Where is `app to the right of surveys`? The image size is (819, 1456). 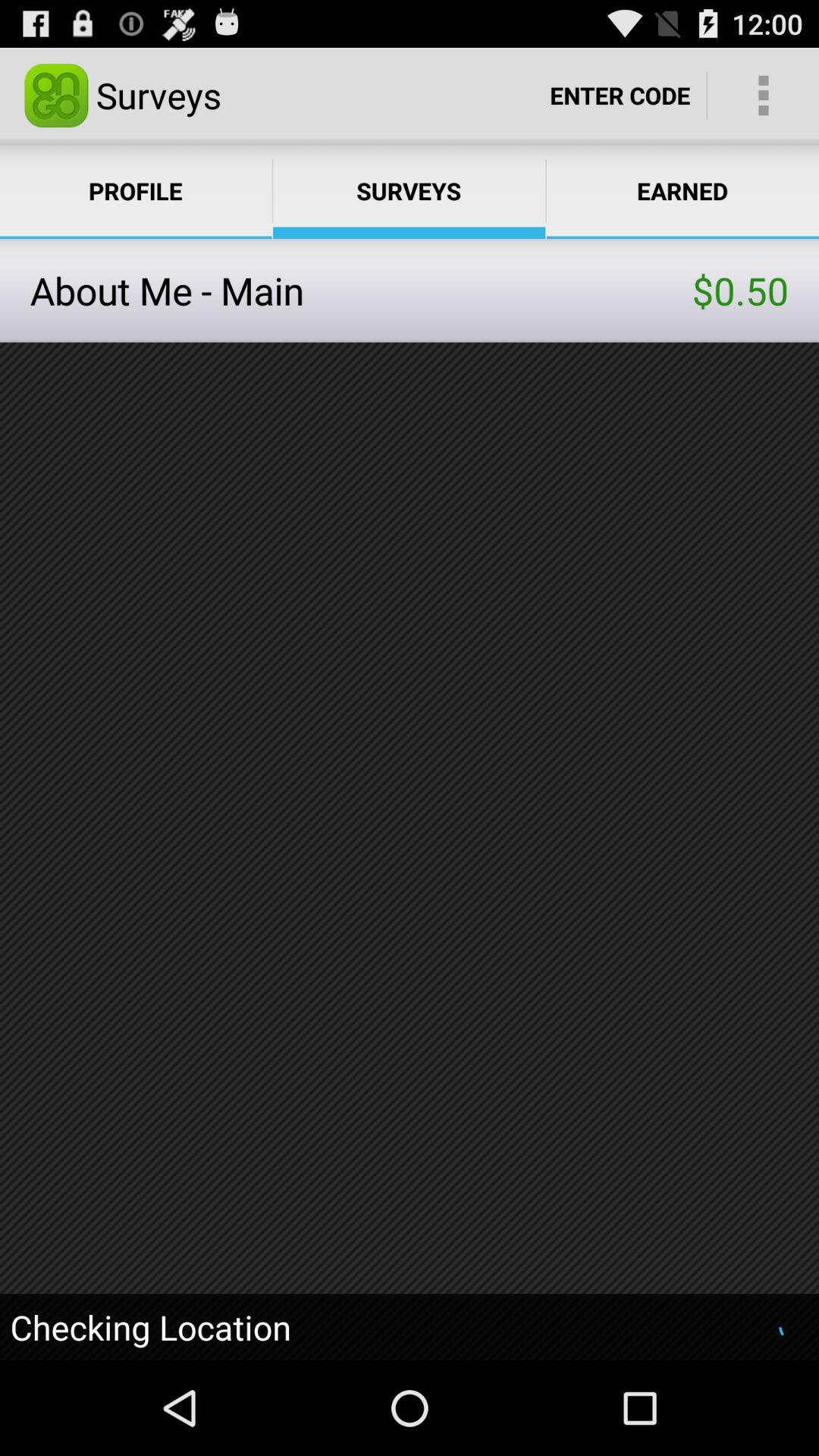
app to the right of surveys is located at coordinates (620, 94).